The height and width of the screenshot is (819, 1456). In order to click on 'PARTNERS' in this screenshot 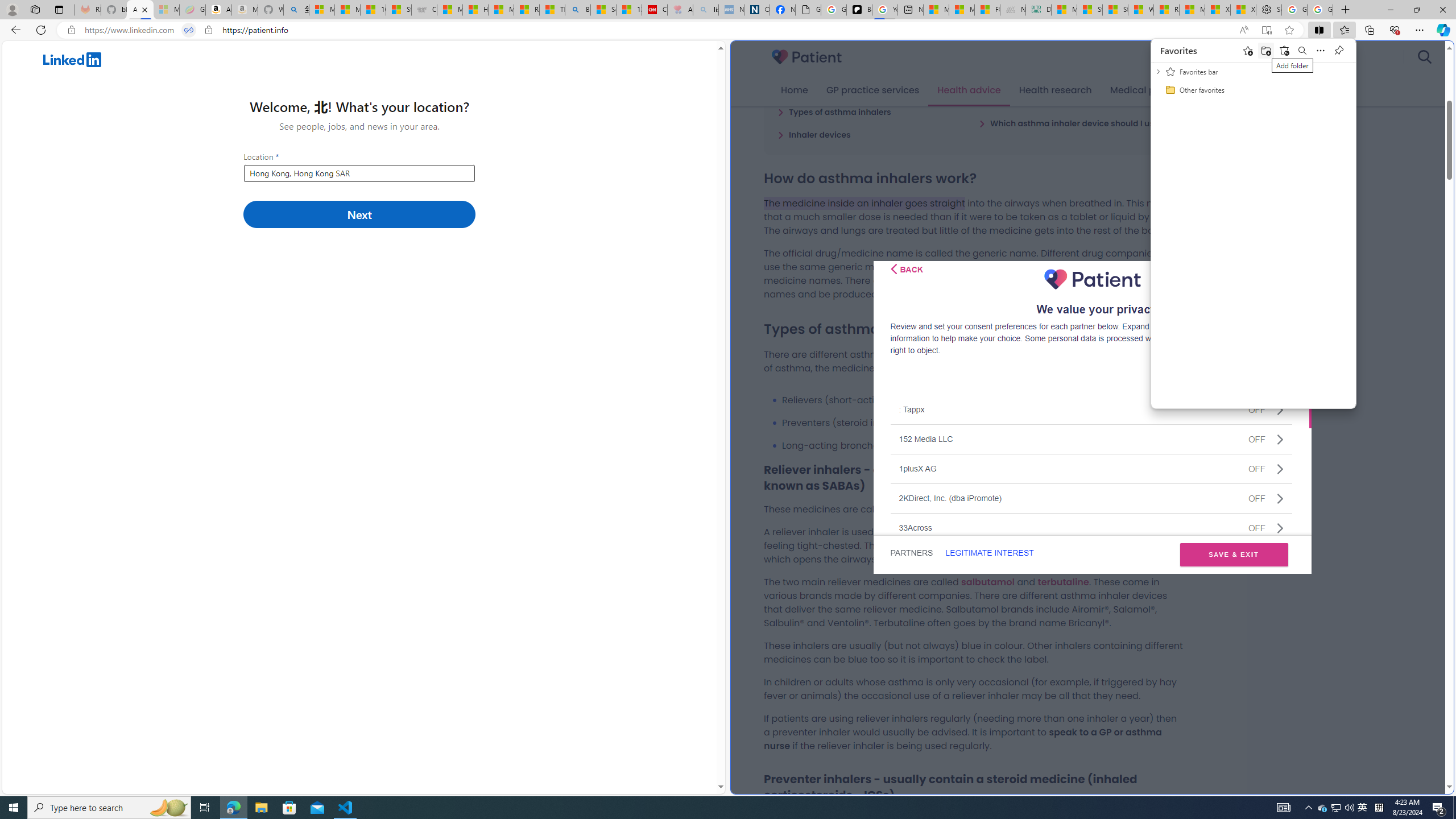, I will do `click(911, 553)`.